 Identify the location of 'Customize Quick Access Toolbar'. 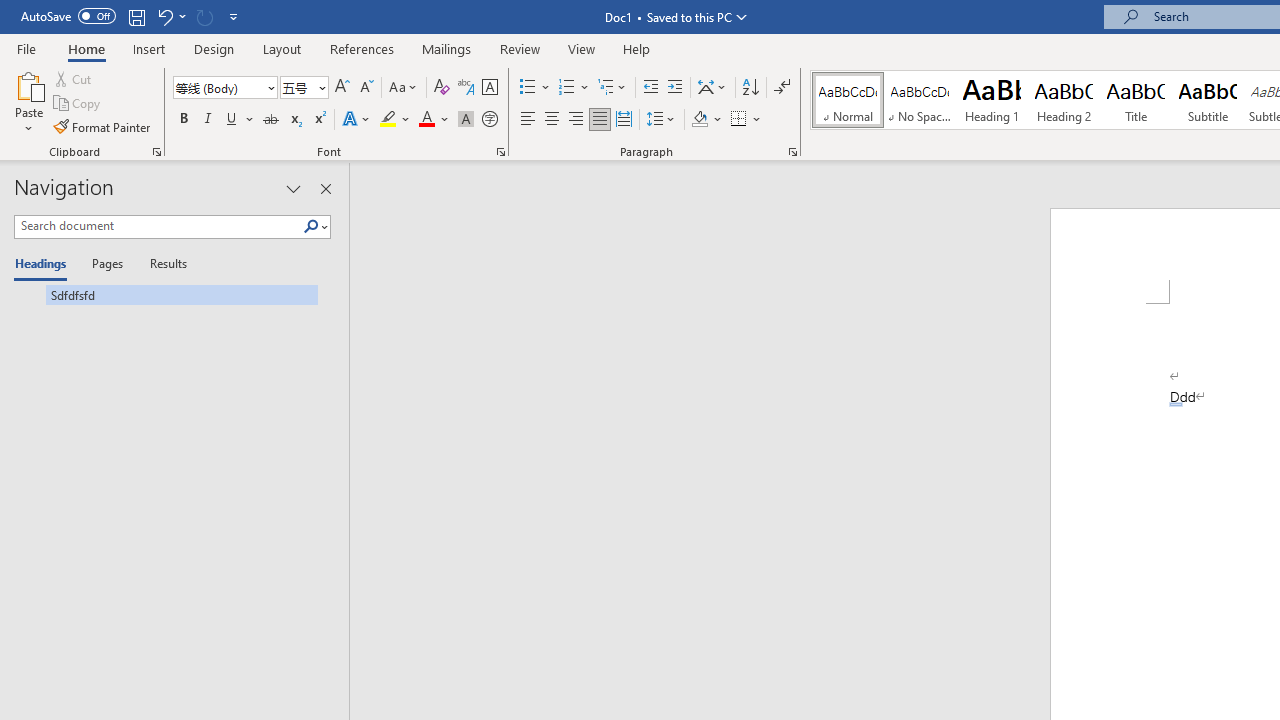
(234, 16).